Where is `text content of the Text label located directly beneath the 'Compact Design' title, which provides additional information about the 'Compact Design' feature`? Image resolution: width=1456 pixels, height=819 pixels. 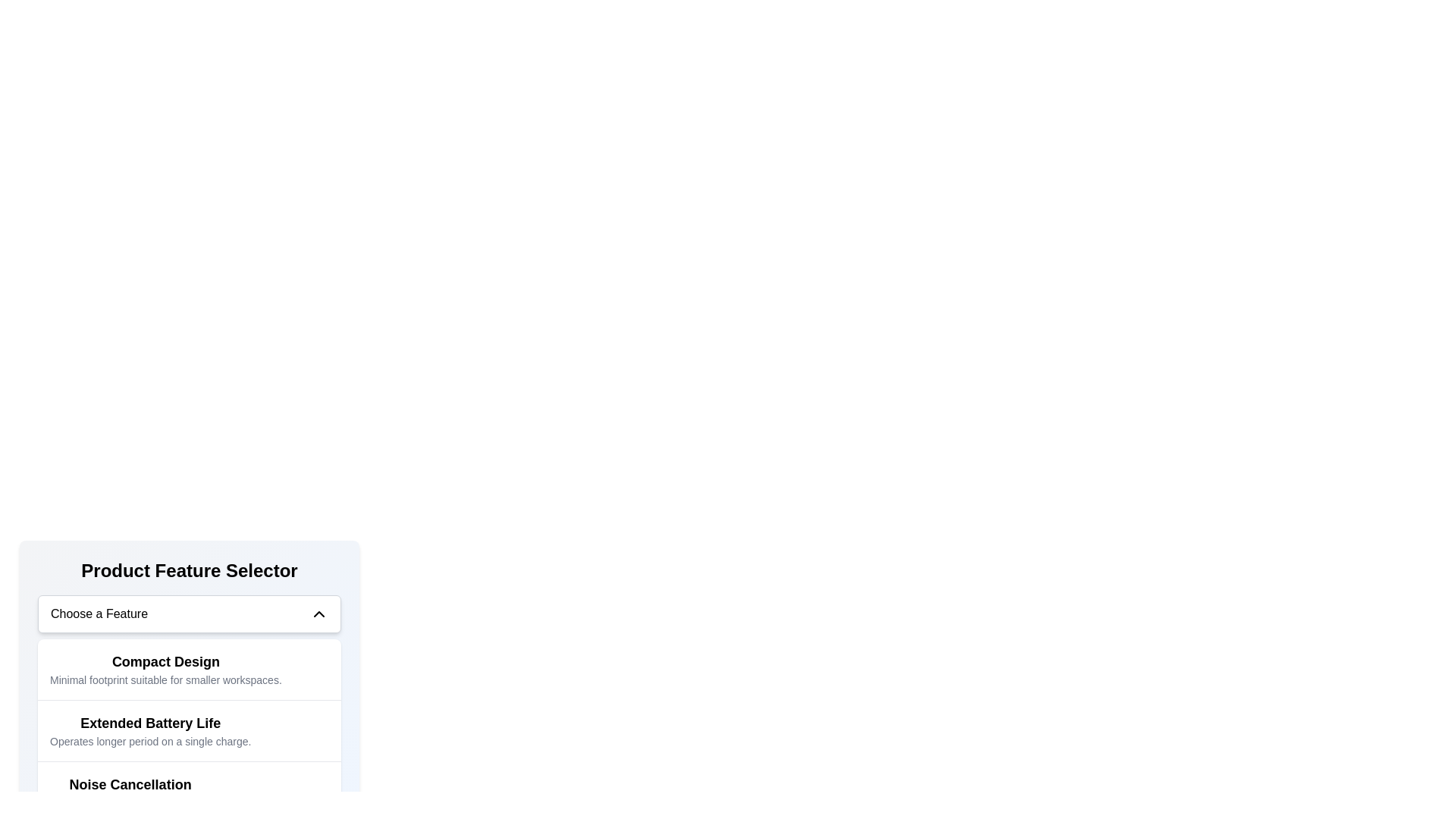 text content of the Text label located directly beneath the 'Compact Design' title, which provides additional information about the 'Compact Design' feature is located at coordinates (165, 679).